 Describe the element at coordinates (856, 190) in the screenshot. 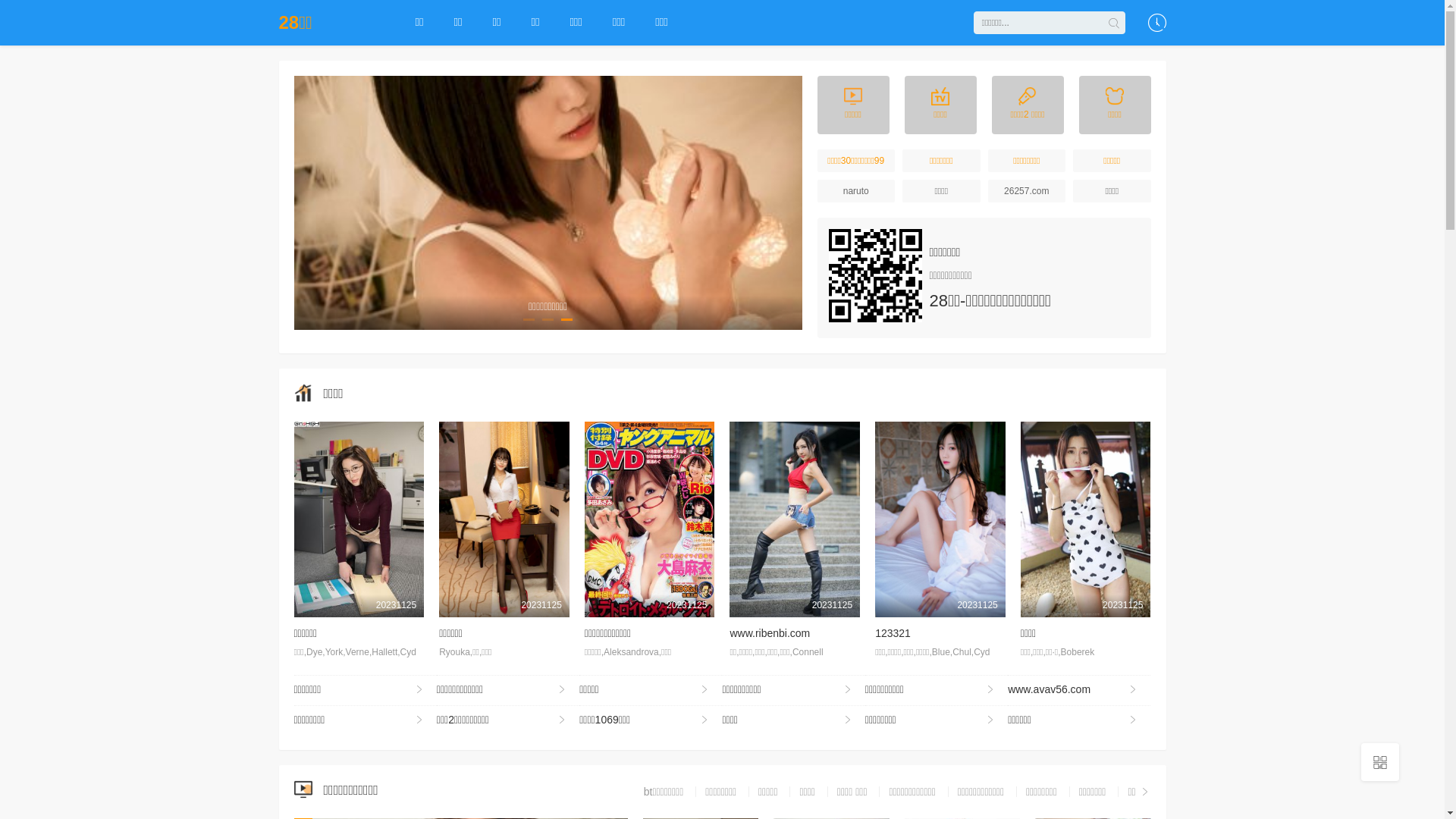

I see `'naruto'` at that location.